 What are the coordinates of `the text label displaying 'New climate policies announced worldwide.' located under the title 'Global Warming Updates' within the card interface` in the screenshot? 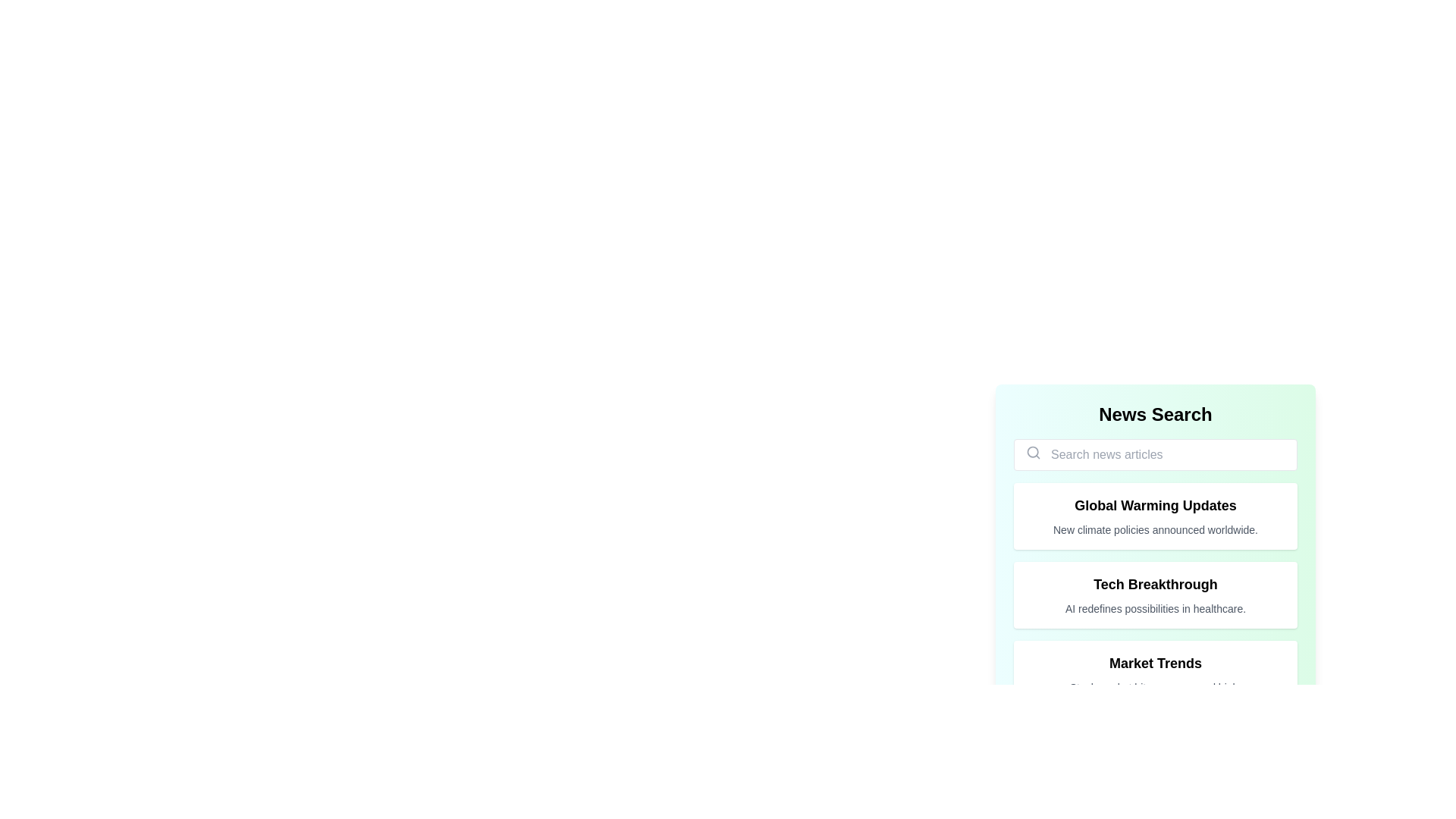 It's located at (1154, 529).